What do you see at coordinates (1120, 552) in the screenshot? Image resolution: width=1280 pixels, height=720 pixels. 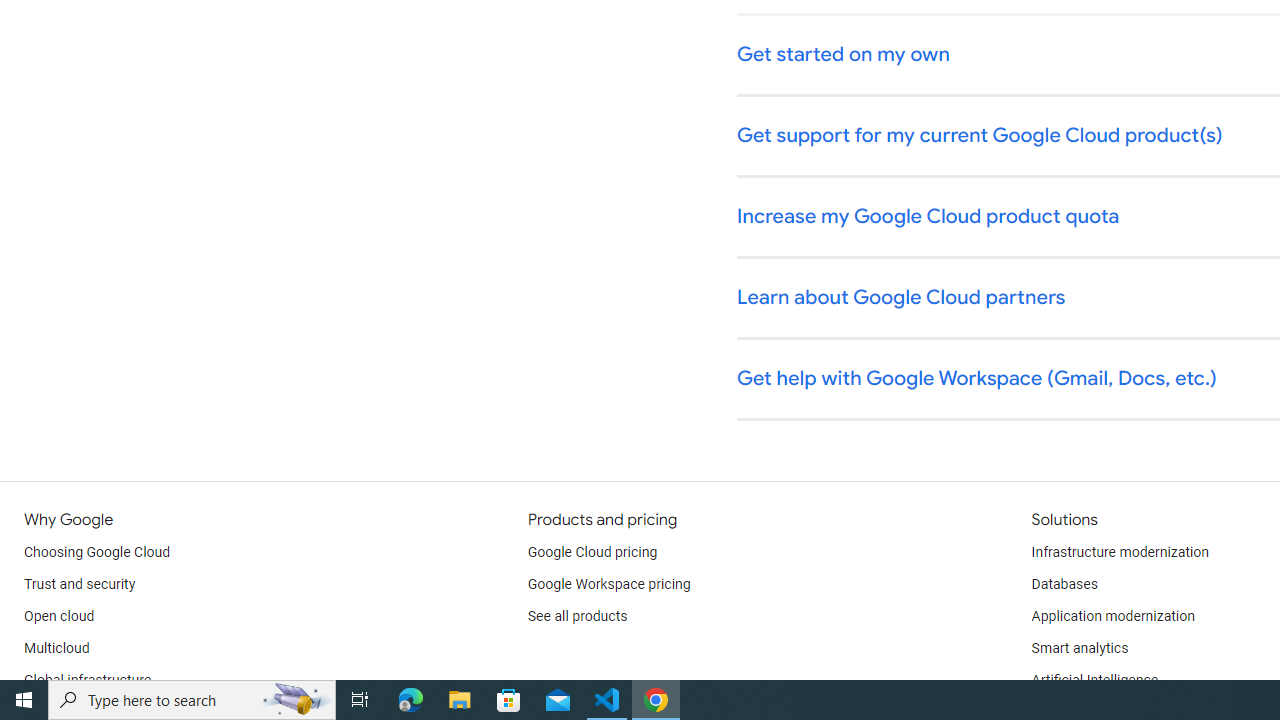 I see `'Infrastructure modernization'` at bounding box center [1120, 552].